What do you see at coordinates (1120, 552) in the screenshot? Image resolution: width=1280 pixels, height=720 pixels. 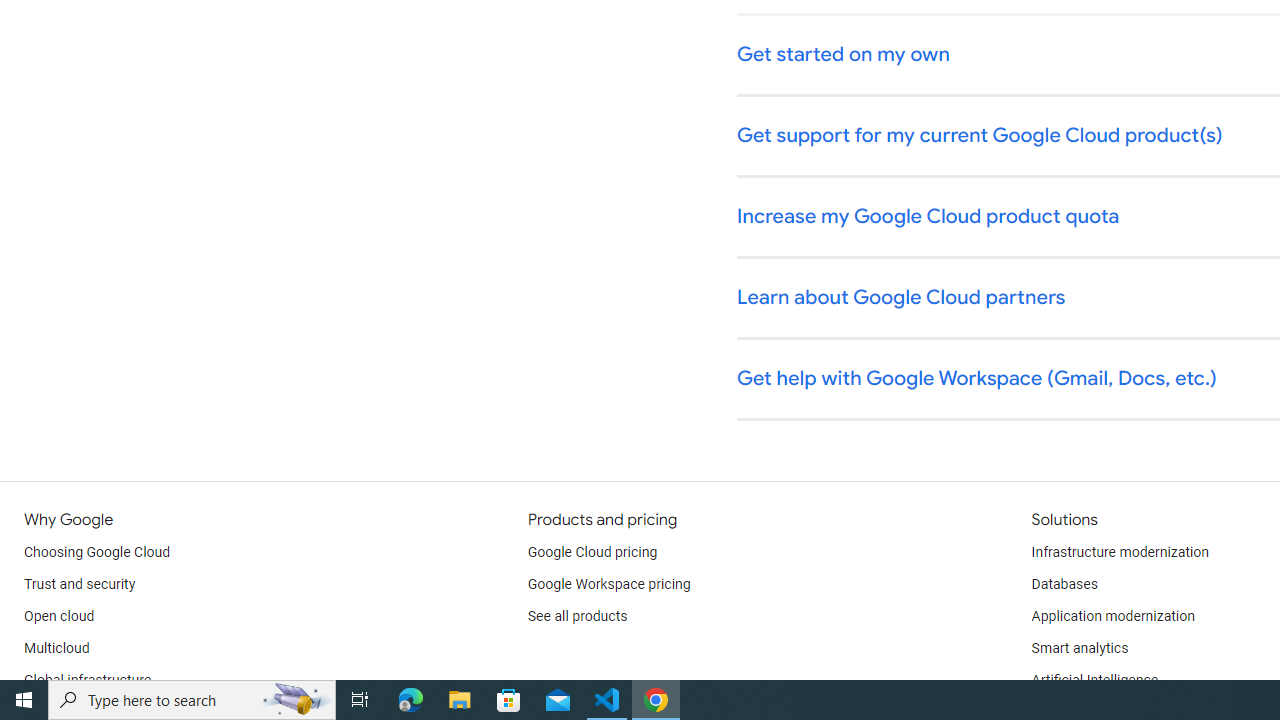 I see `'Infrastructure modernization'` at bounding box center [1120, 552].